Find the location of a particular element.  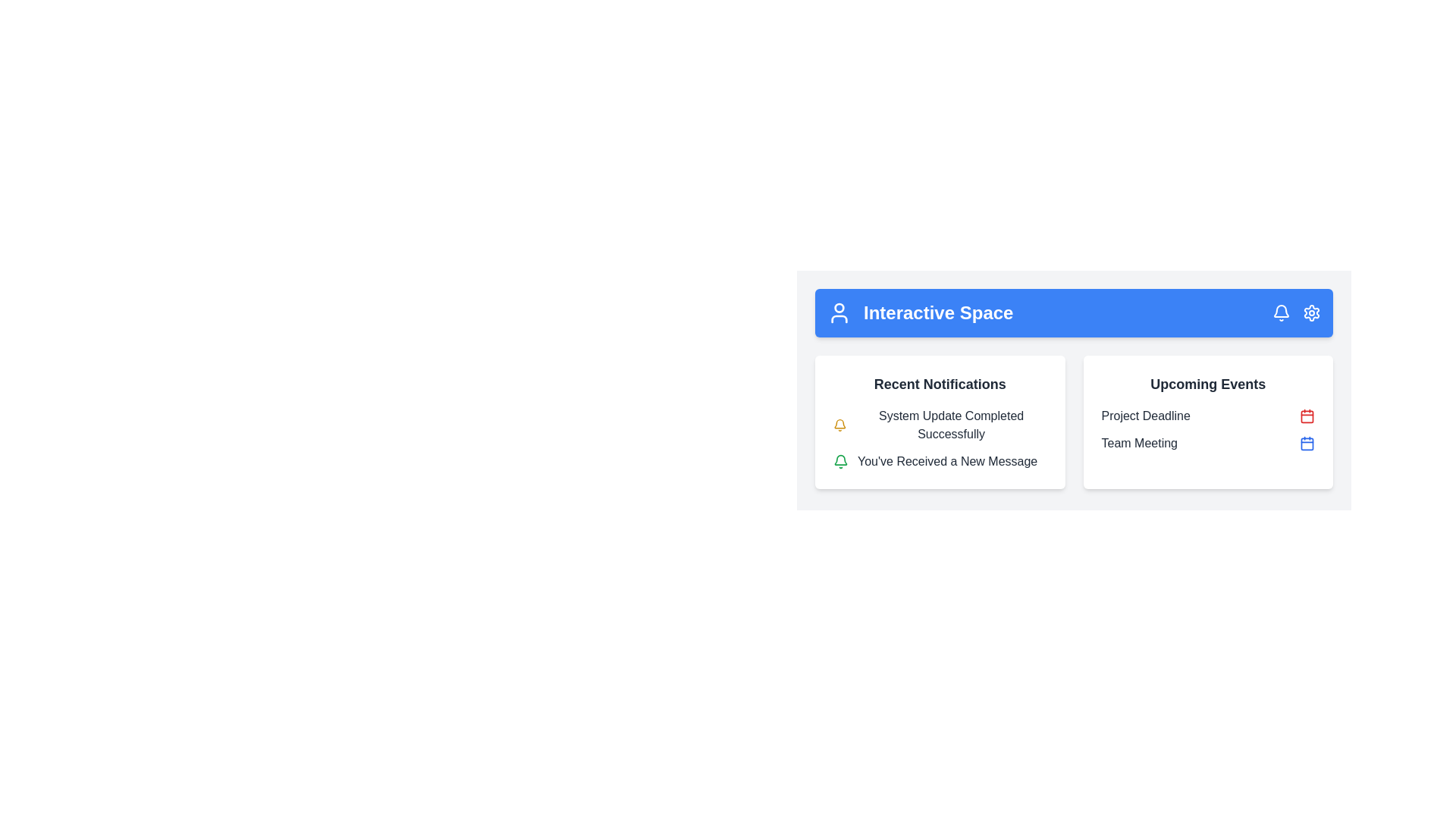

the decorative icon located in the 'Upcoming Events' section, aligned to the far right of the text 'Project Deadline' is located at coordinates (1306, 416).